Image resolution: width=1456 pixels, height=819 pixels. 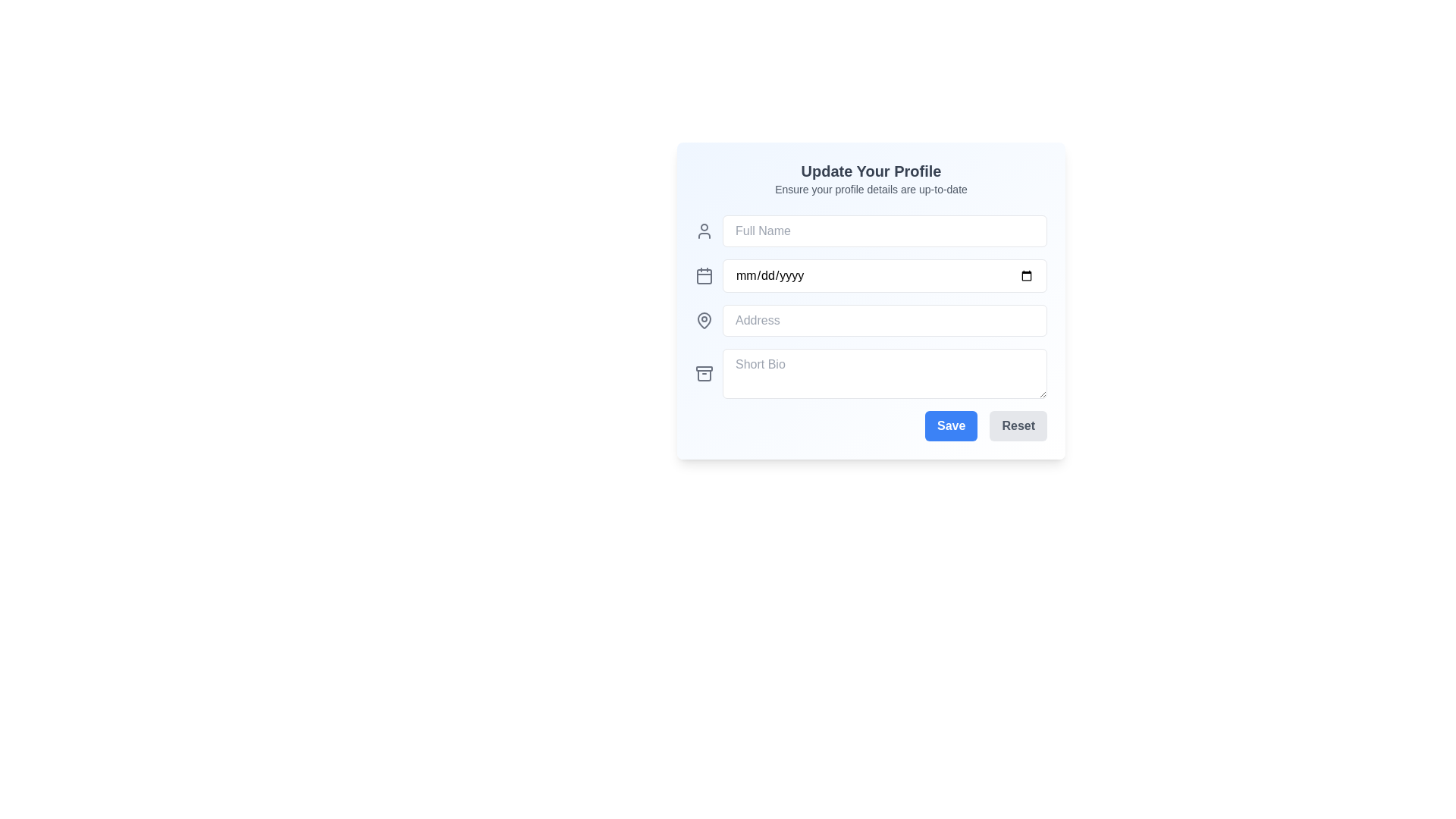 I want to click on the outer layer of the pin icon, which is gray in color and located beside the 'Address' input field, so click(x=704, y=318).